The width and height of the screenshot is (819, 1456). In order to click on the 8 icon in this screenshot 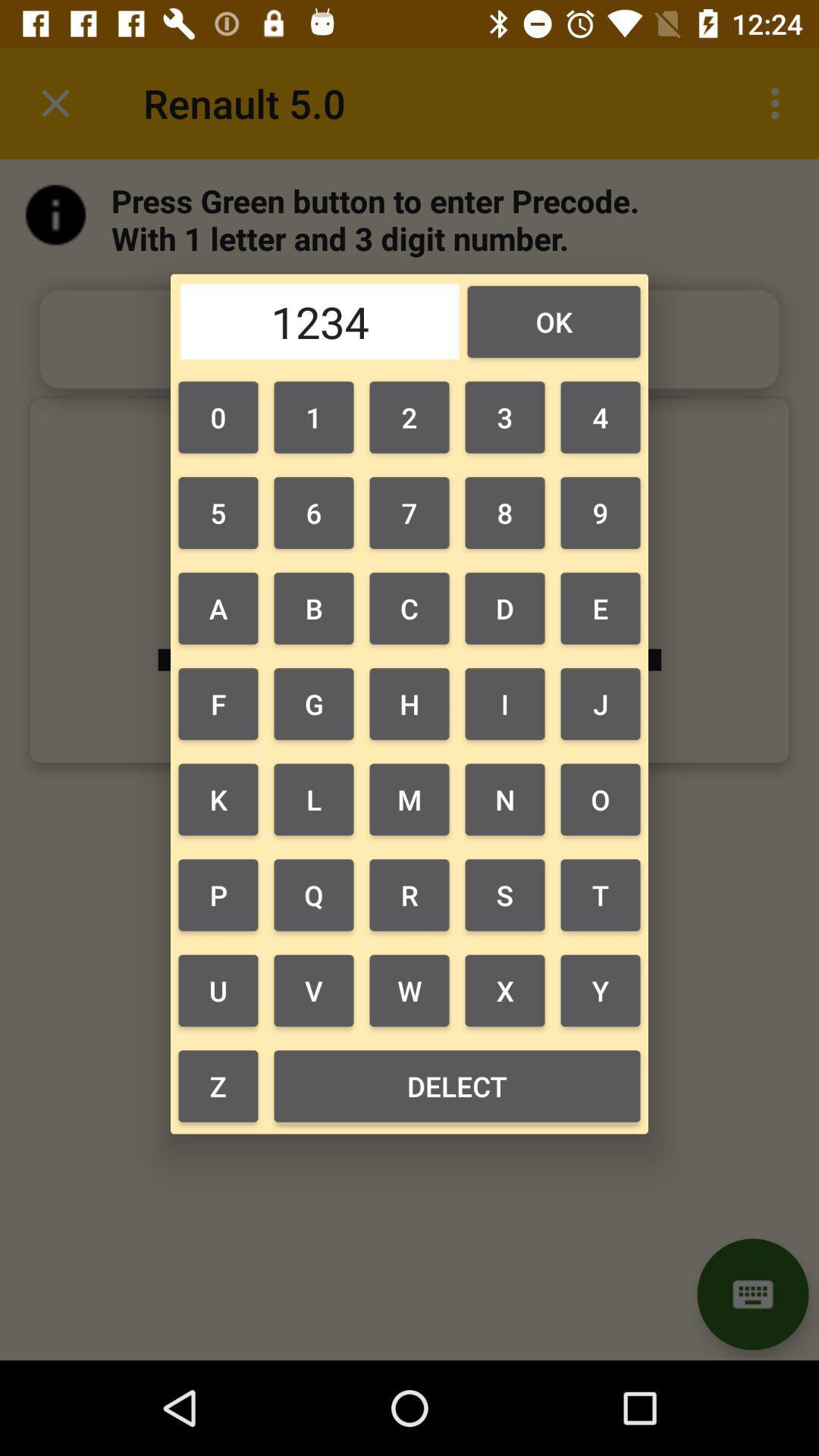, I will do `click(505, 513)`.